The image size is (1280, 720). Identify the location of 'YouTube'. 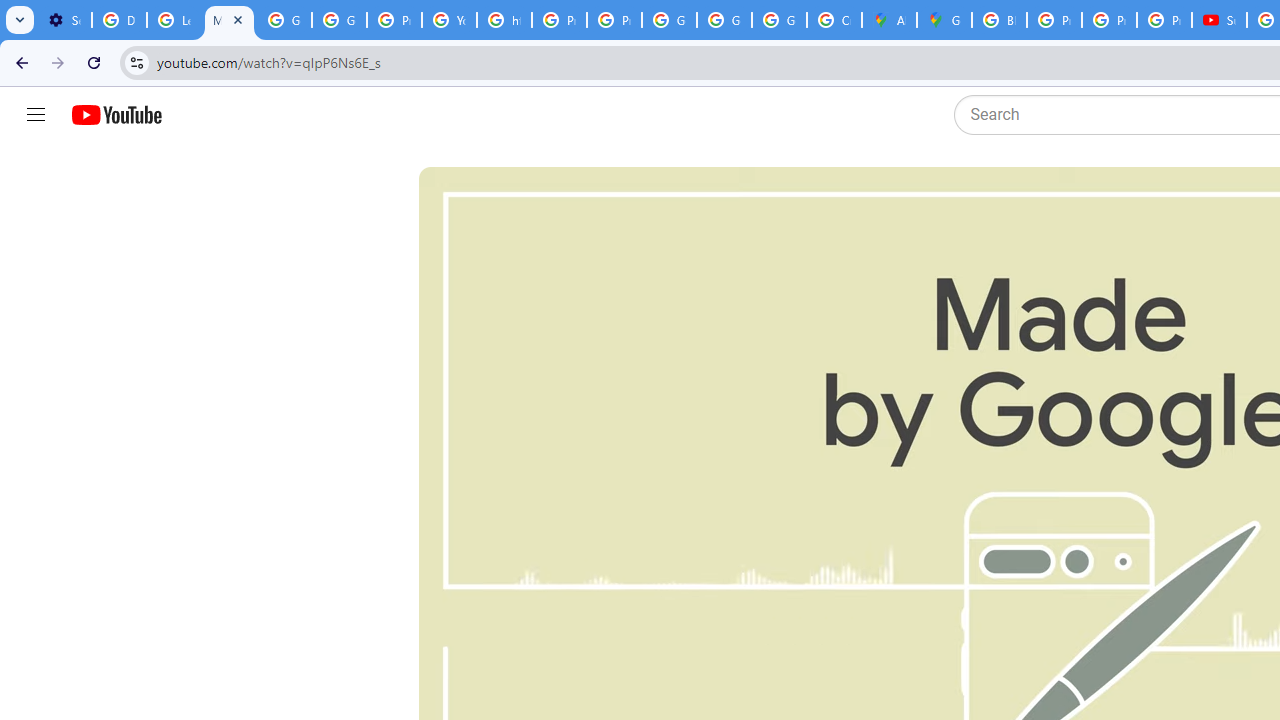
(448, 20).